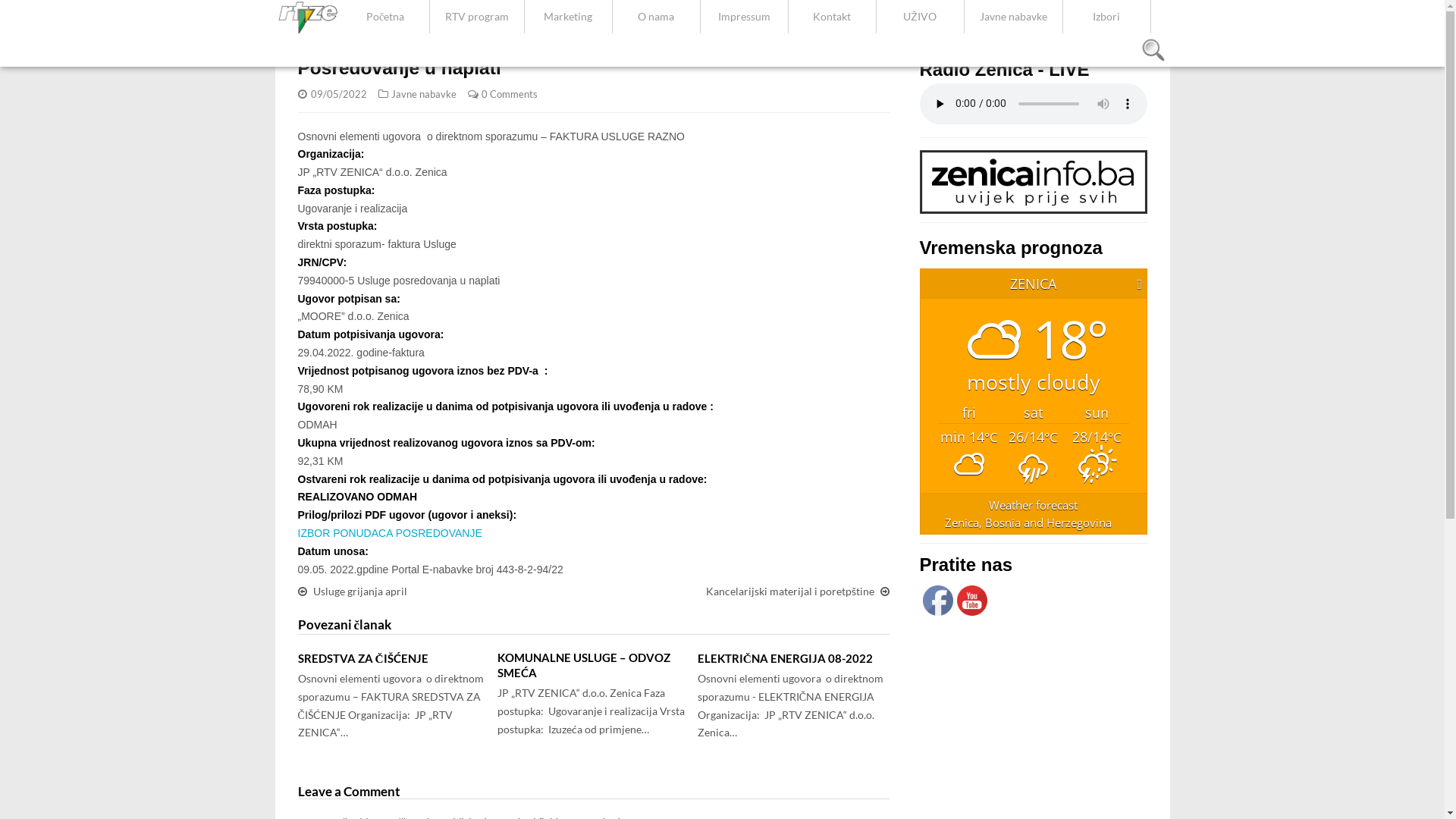  I want to click on 'Impressum', so click(700, 17).